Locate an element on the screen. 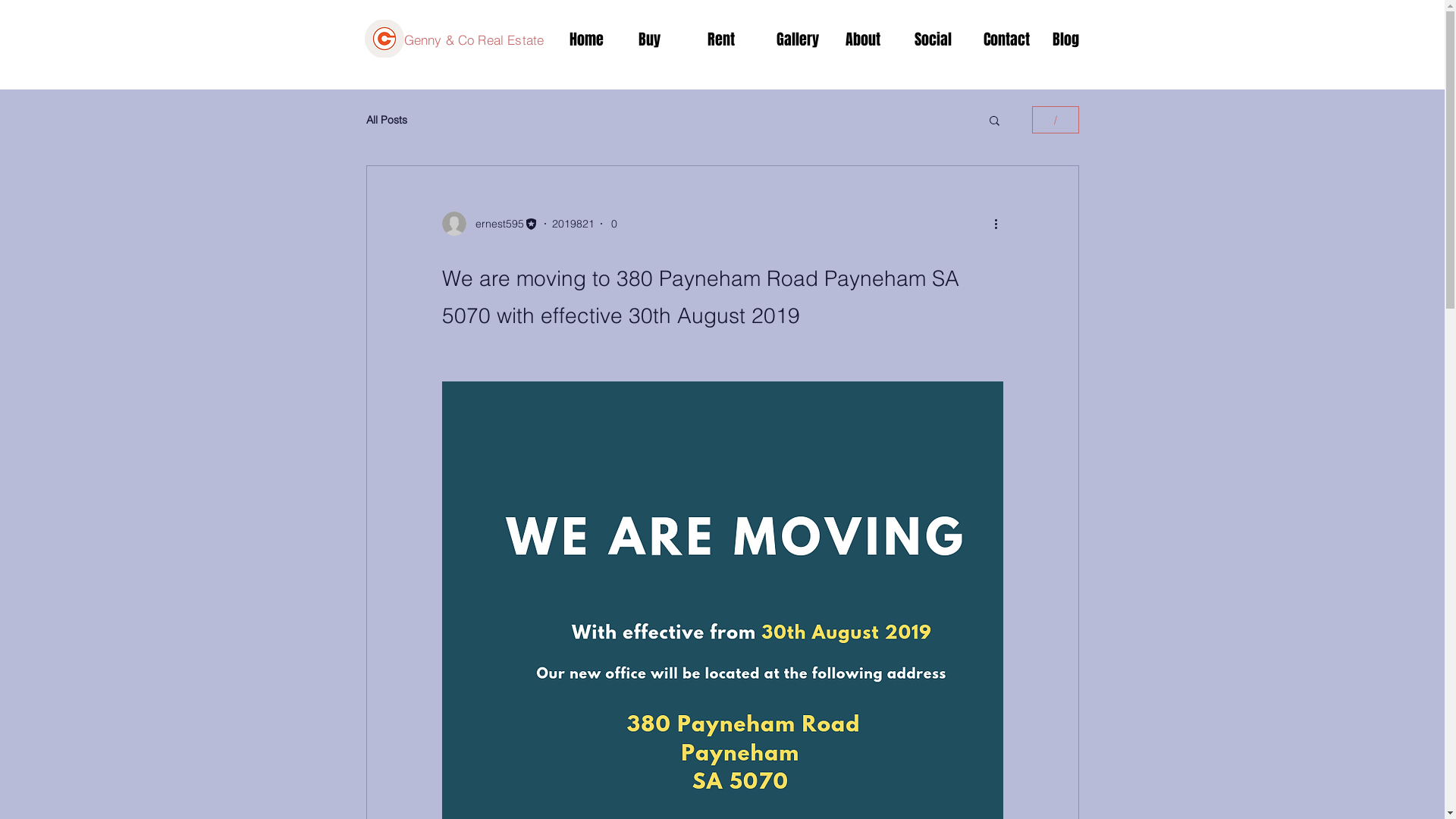 This screenshot has height=819, width=1456. 'Genny & Co Real Estate' is located at coordinates (403, 39).